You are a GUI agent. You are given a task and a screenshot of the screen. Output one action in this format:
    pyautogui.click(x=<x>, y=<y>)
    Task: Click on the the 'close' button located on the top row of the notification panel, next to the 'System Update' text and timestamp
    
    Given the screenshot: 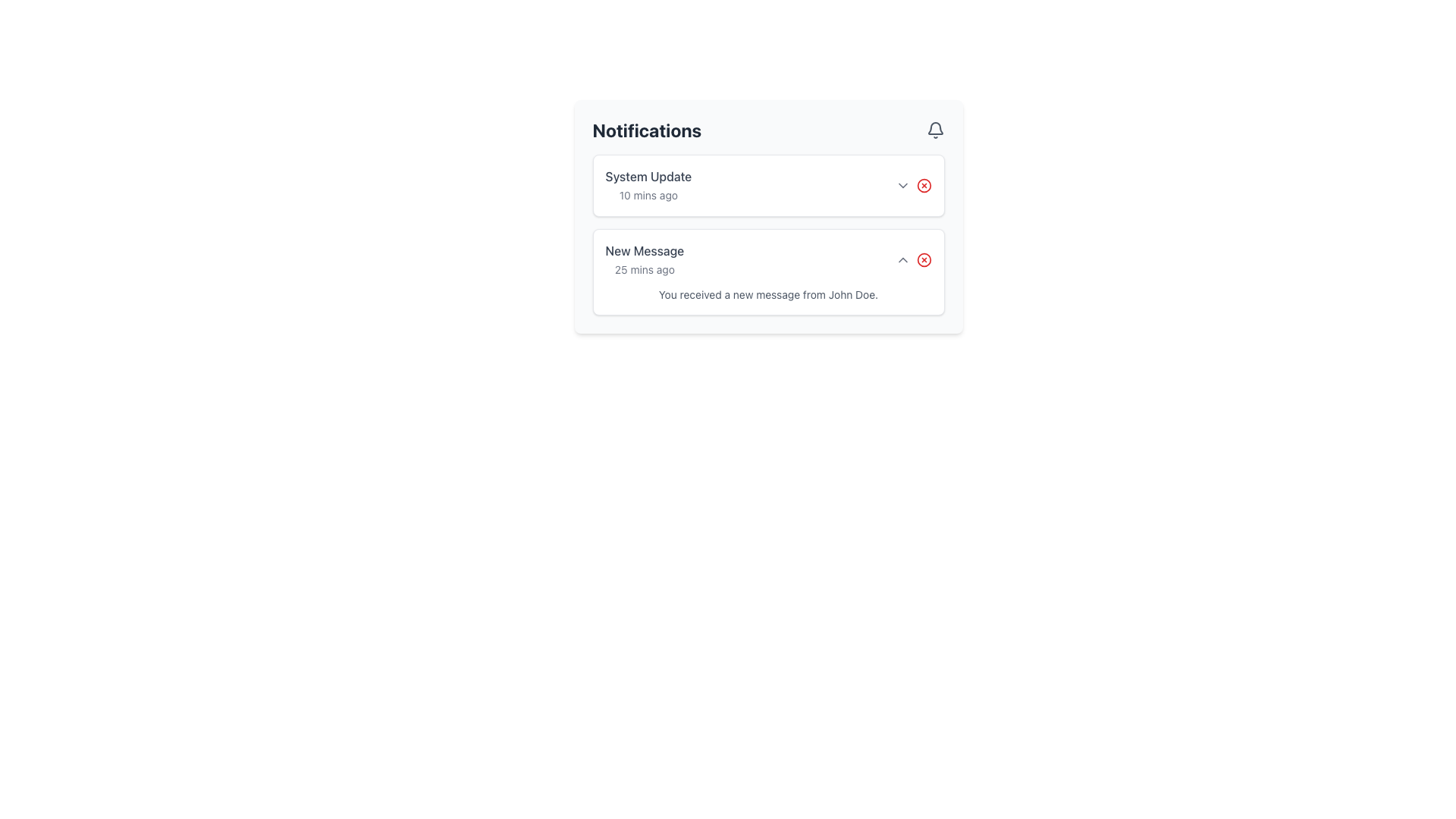 What is the action you would take?
    pyautogui.click(x=923, y=185)
    